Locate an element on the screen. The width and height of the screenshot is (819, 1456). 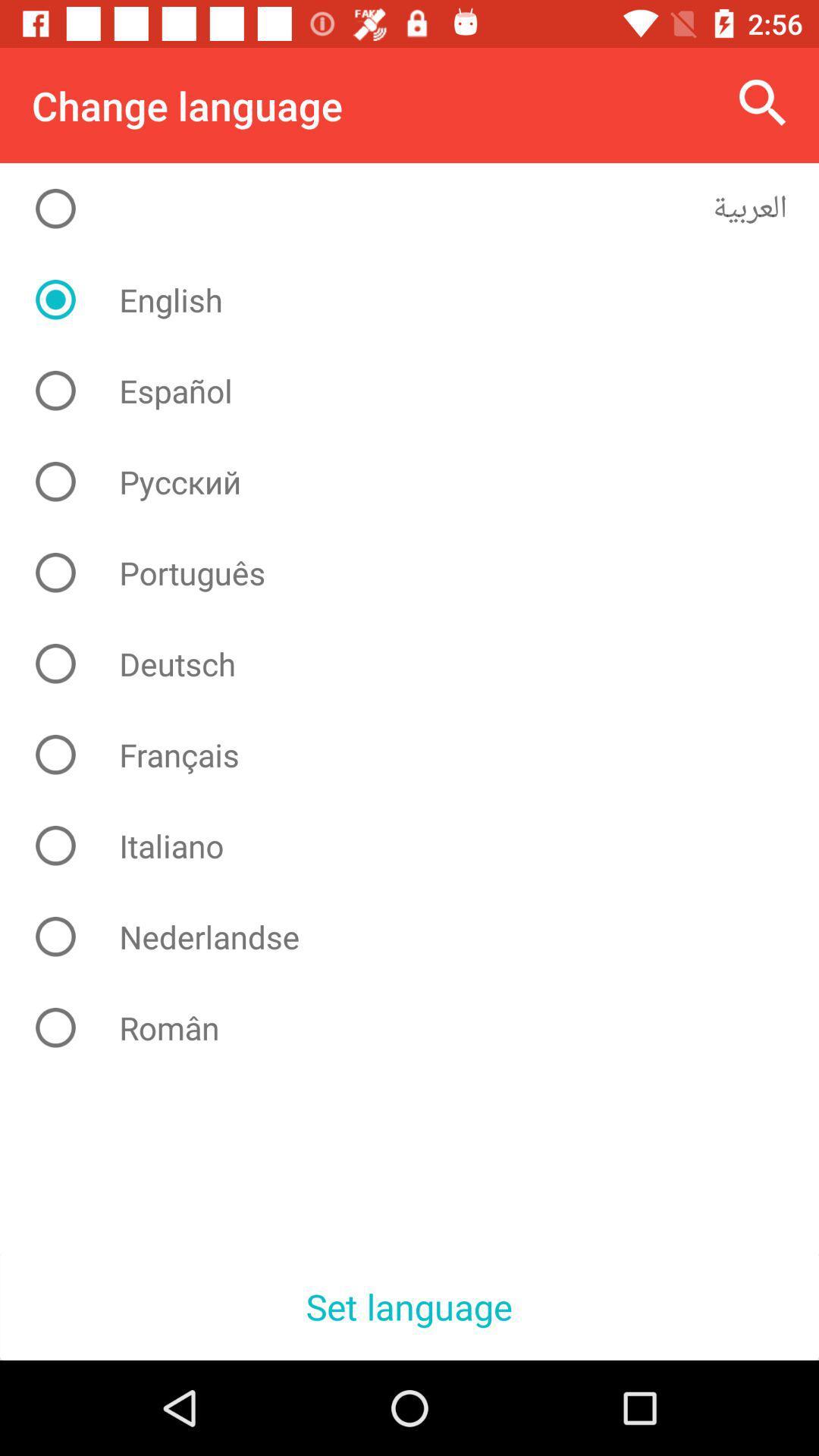
the english is located at coordinates (421, 300).